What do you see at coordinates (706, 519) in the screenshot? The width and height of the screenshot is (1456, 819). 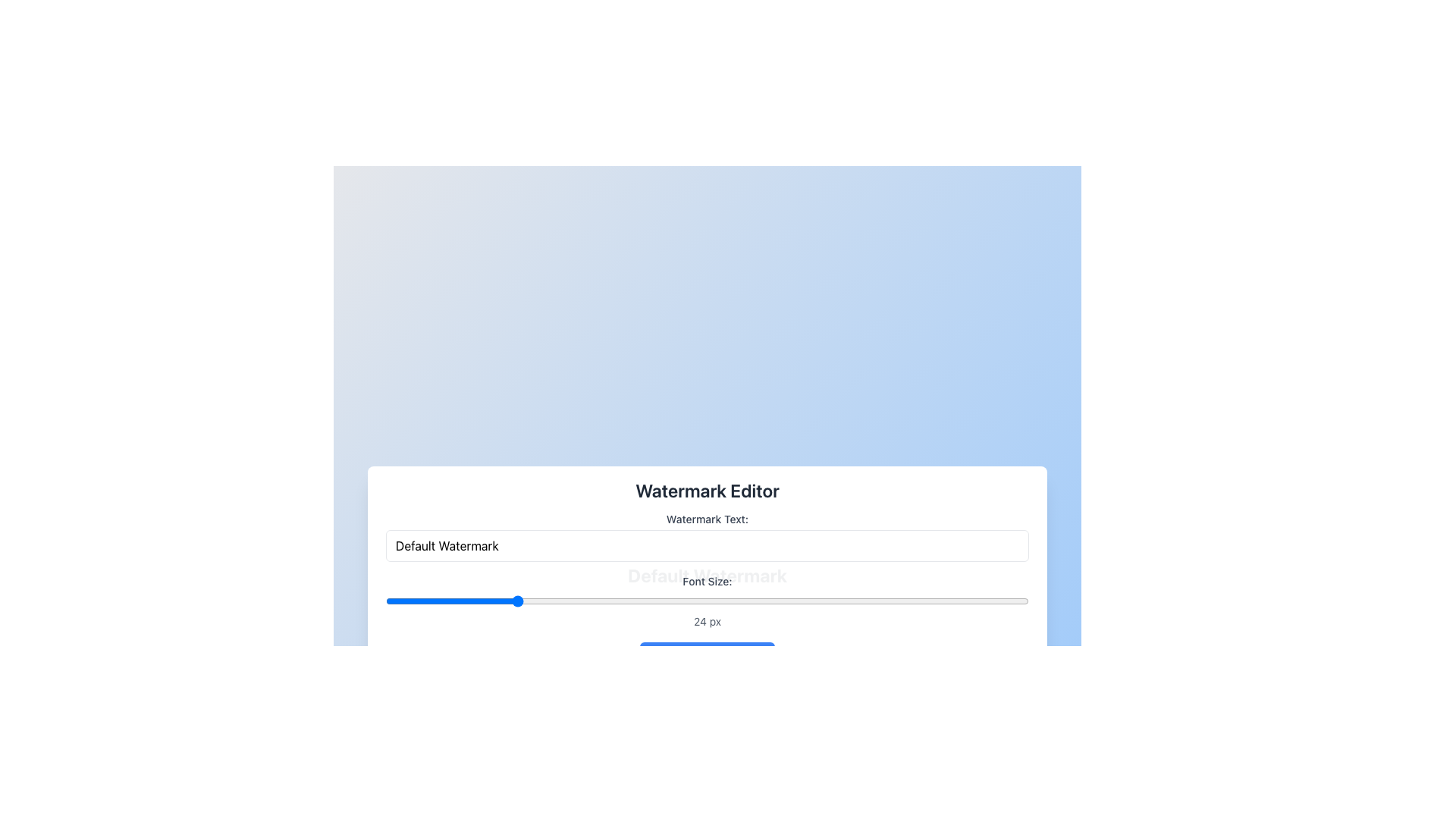 I see `the text label displaying 'Watermark Text:' which is styled in medium-bold gray font and located above the input field for watermark text` at bounding box center [706, 519].